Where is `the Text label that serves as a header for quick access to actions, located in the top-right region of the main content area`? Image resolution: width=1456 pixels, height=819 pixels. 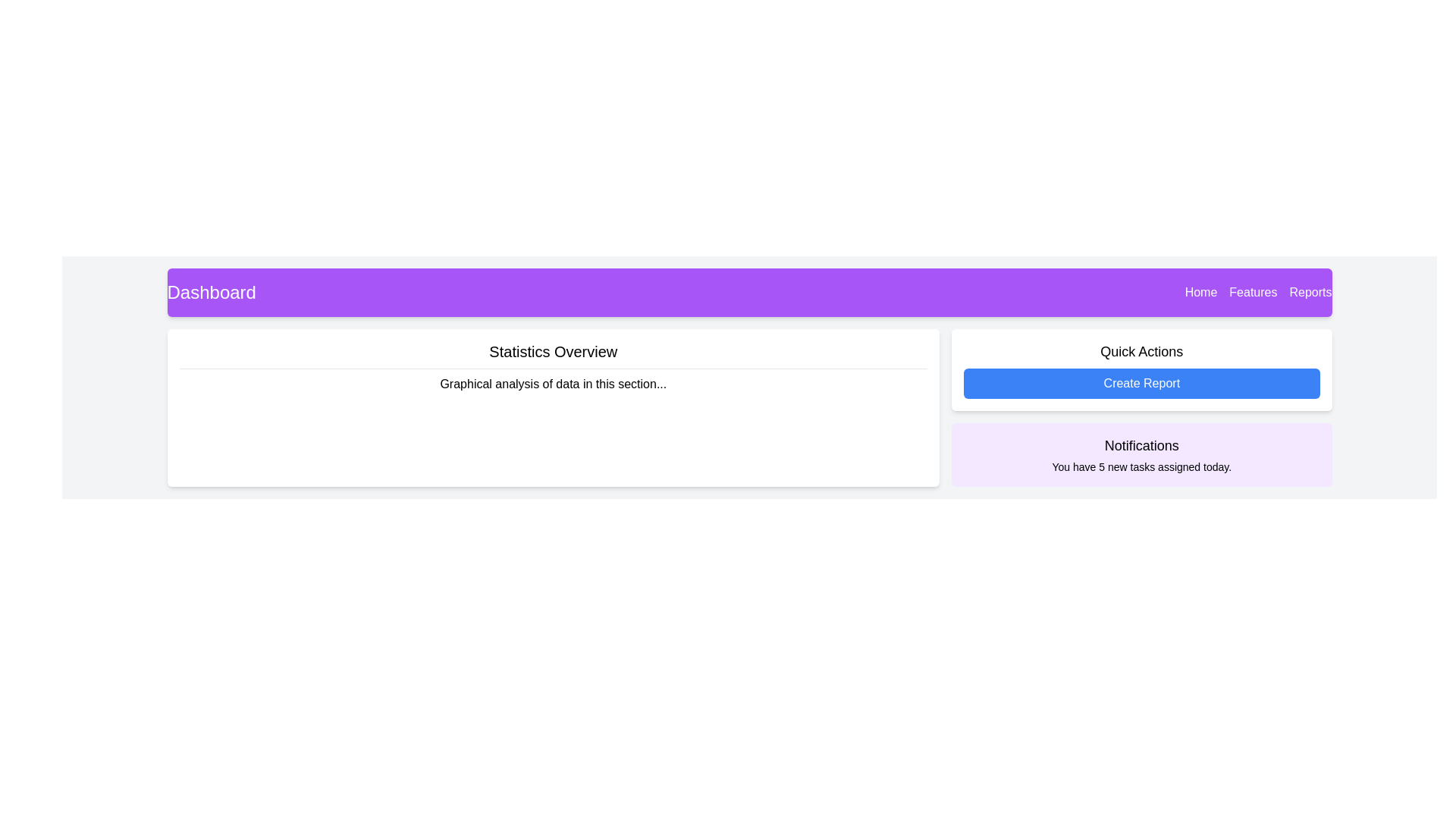 the Text label that serves as a header for quick access to actions, located in the top-right region of the main content area is located at coordinates (1141, 351).